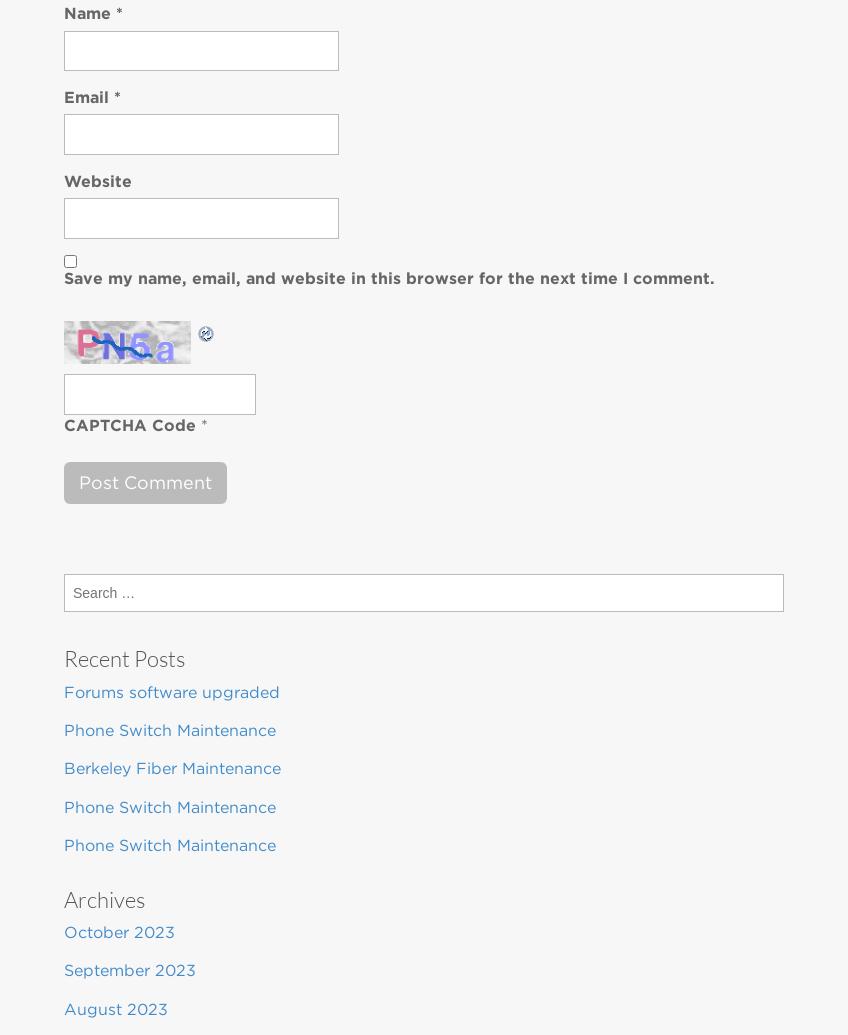  I want to click on 'CAPTCHA Code', so click(128, 424).